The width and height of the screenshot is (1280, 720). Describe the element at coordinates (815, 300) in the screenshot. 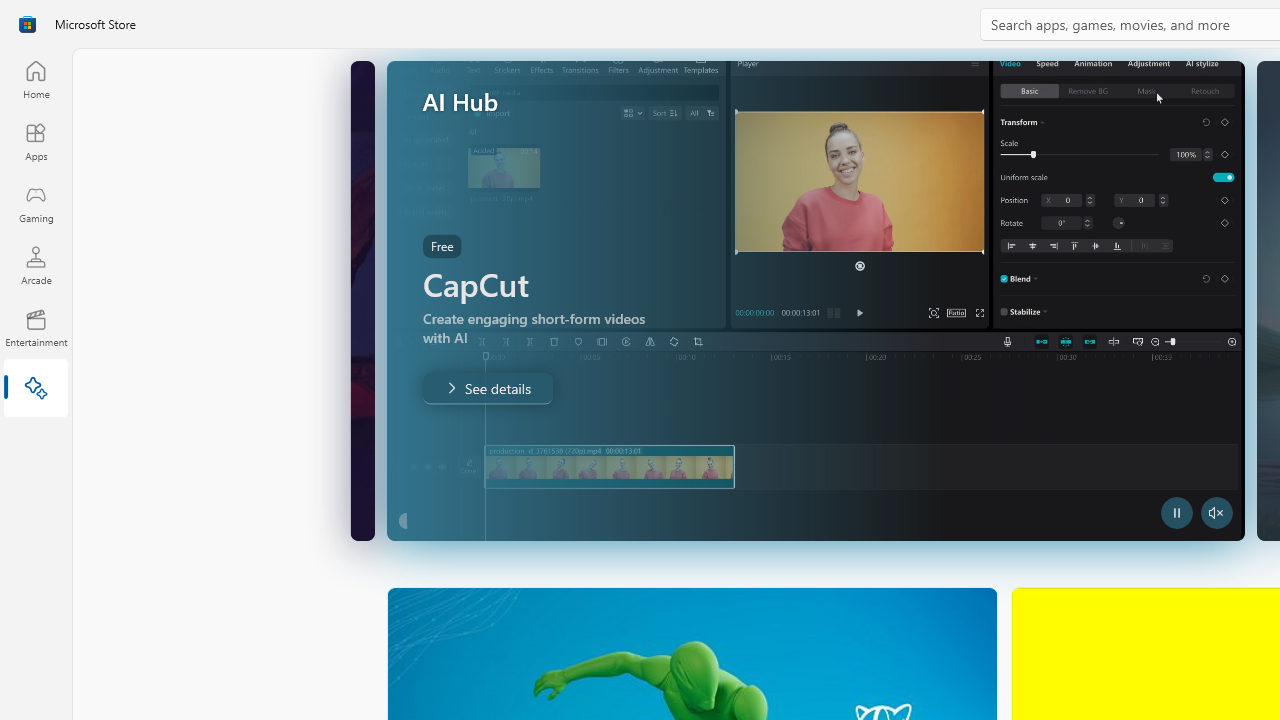

I see `'AutomationID: Image'` at that location.